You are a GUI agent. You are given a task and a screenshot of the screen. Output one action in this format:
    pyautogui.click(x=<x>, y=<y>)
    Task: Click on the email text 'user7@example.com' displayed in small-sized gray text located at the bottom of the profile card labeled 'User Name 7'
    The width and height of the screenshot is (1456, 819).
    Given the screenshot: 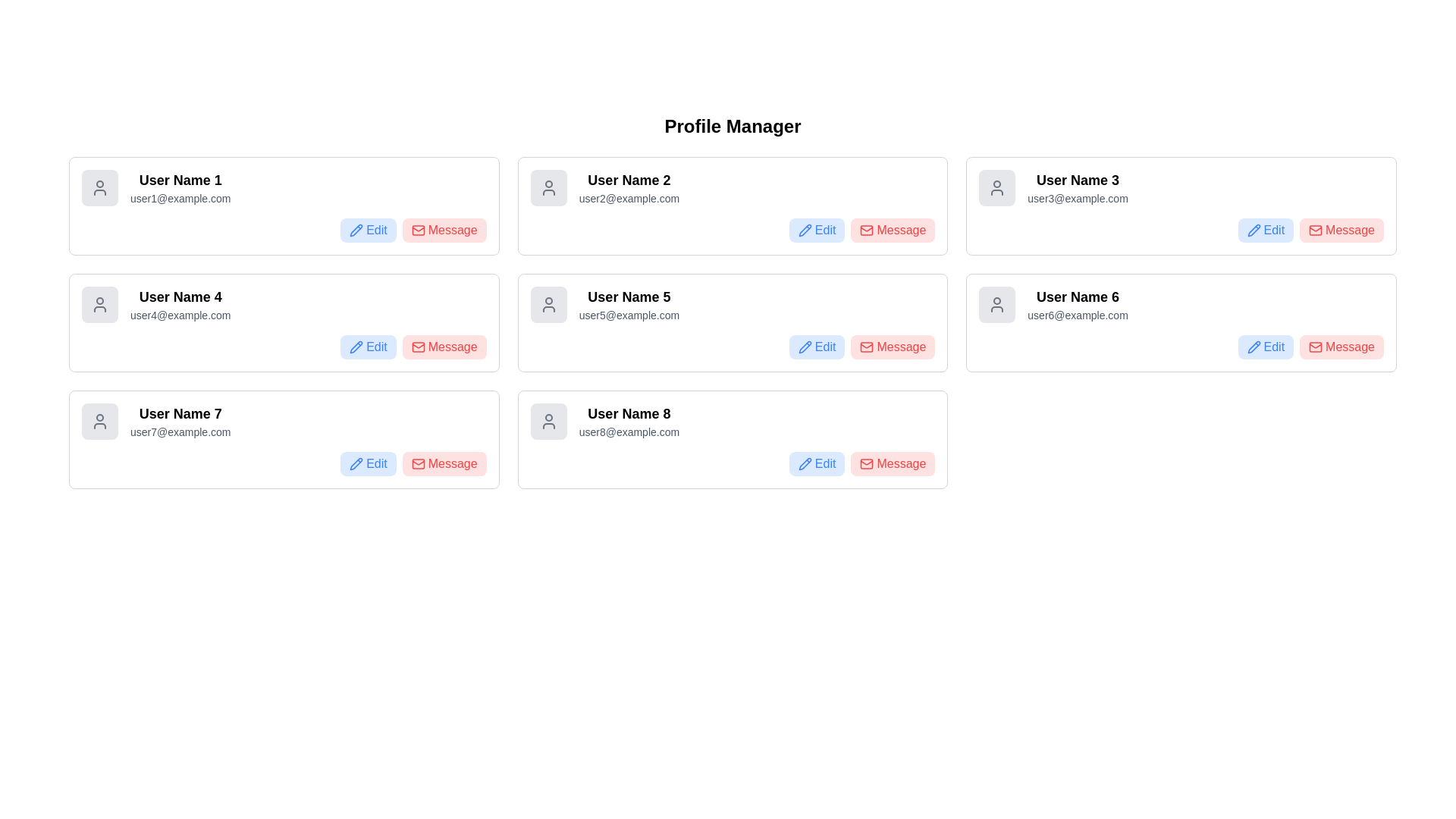 What is the action you would take?
    pyautogui.click(x=180, y=432)
    